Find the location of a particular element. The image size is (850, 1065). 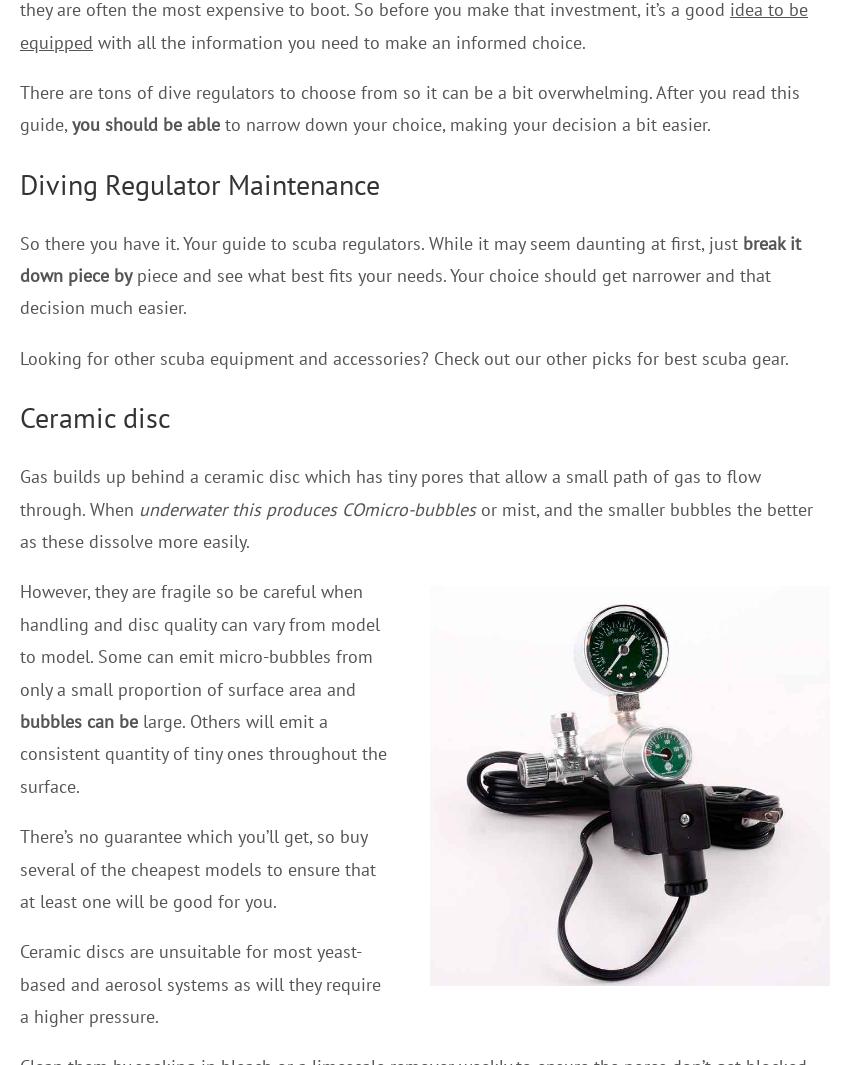

'There’s no guarantee which you’ll get, so buy several of the cheapest models to ensure that at least one will be good for you.' is located at coordinates (196, 868).